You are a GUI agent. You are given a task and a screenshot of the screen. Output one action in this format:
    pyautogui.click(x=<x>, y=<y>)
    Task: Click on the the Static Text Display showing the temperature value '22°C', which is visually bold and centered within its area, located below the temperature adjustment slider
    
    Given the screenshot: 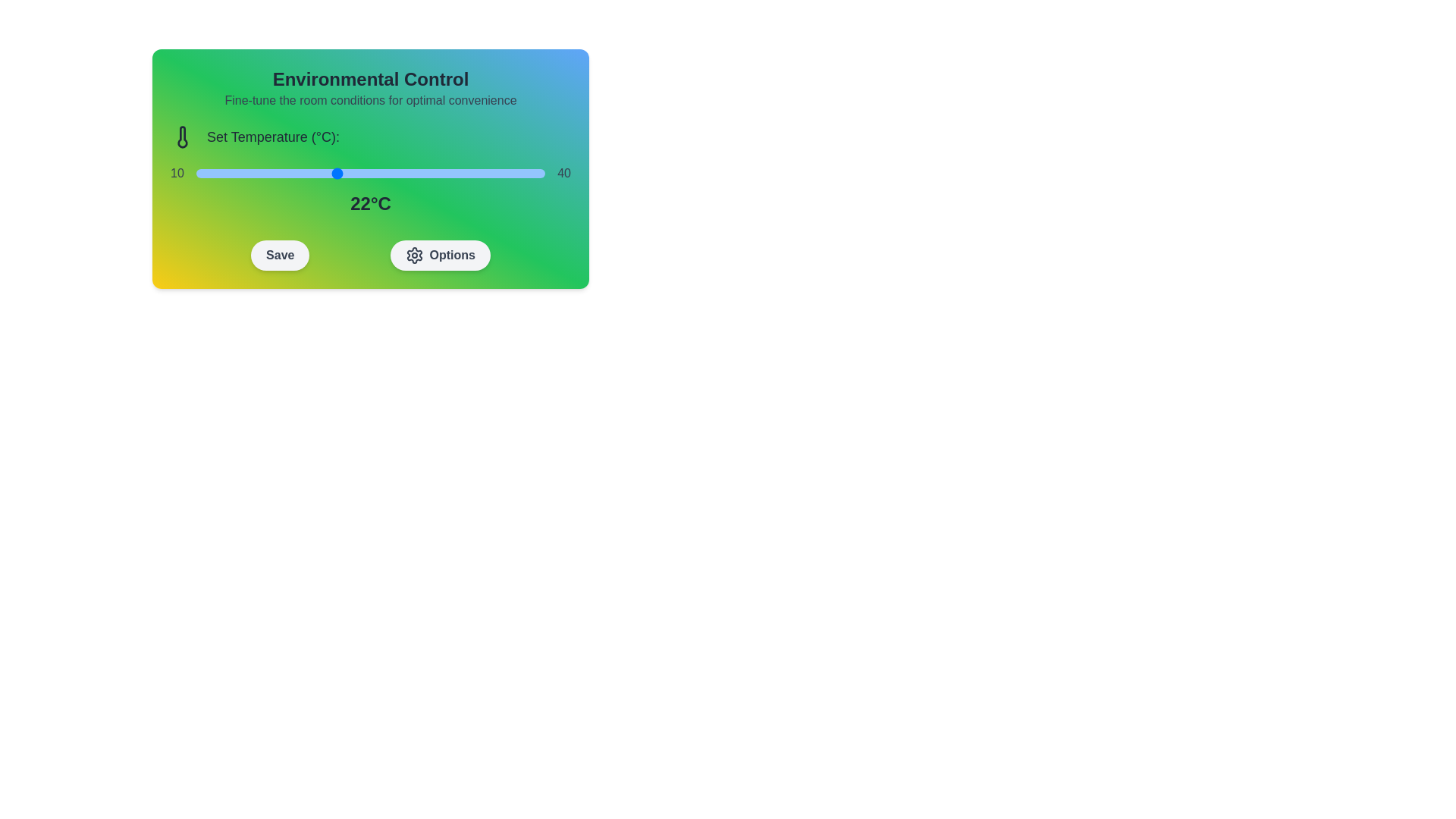 What is the action you would take?
    pyautogui.click(x=371, y=203)
    